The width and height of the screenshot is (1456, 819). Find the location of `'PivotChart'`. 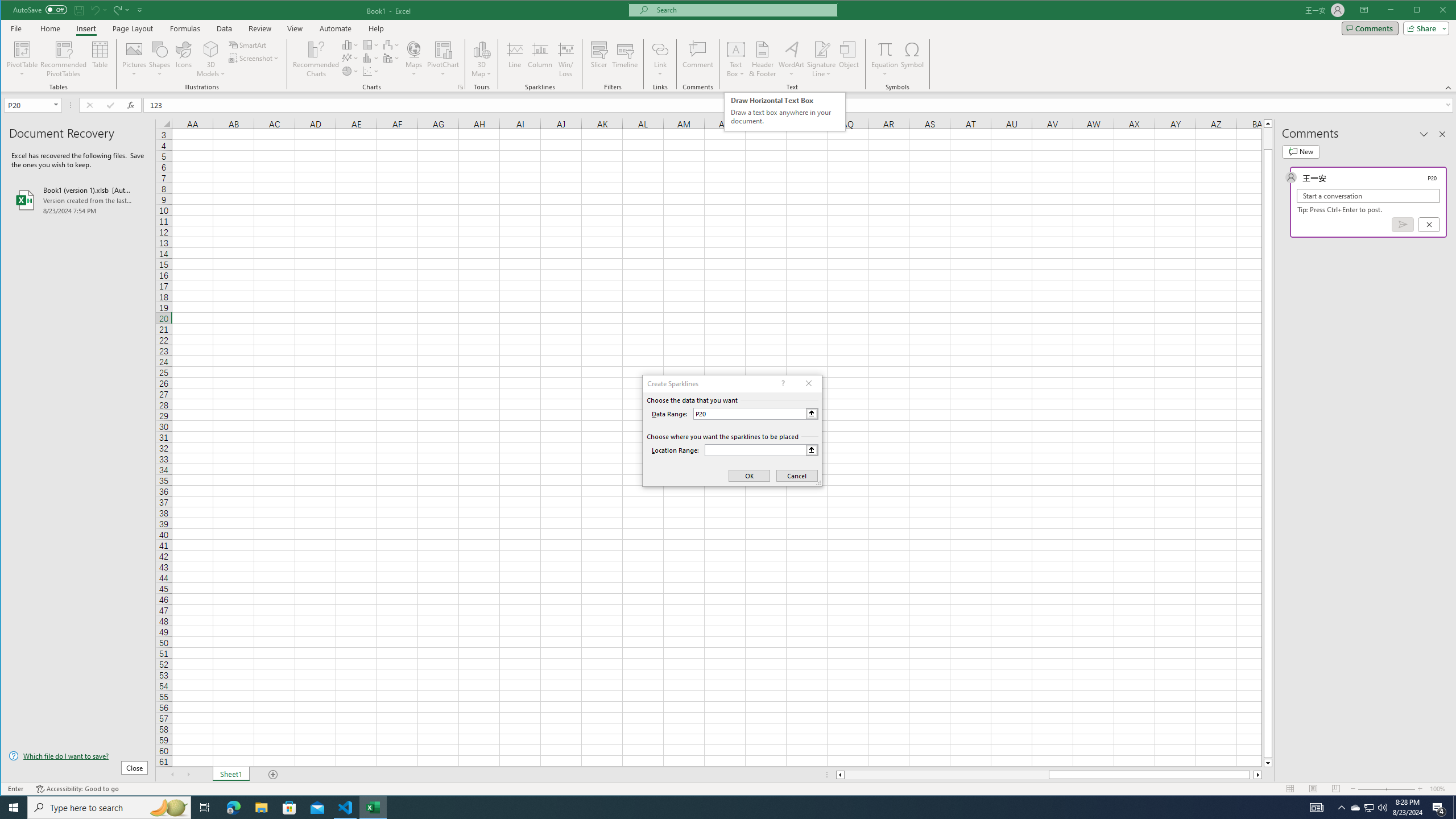

'PivotChart' is located at coordinates (442, 59).